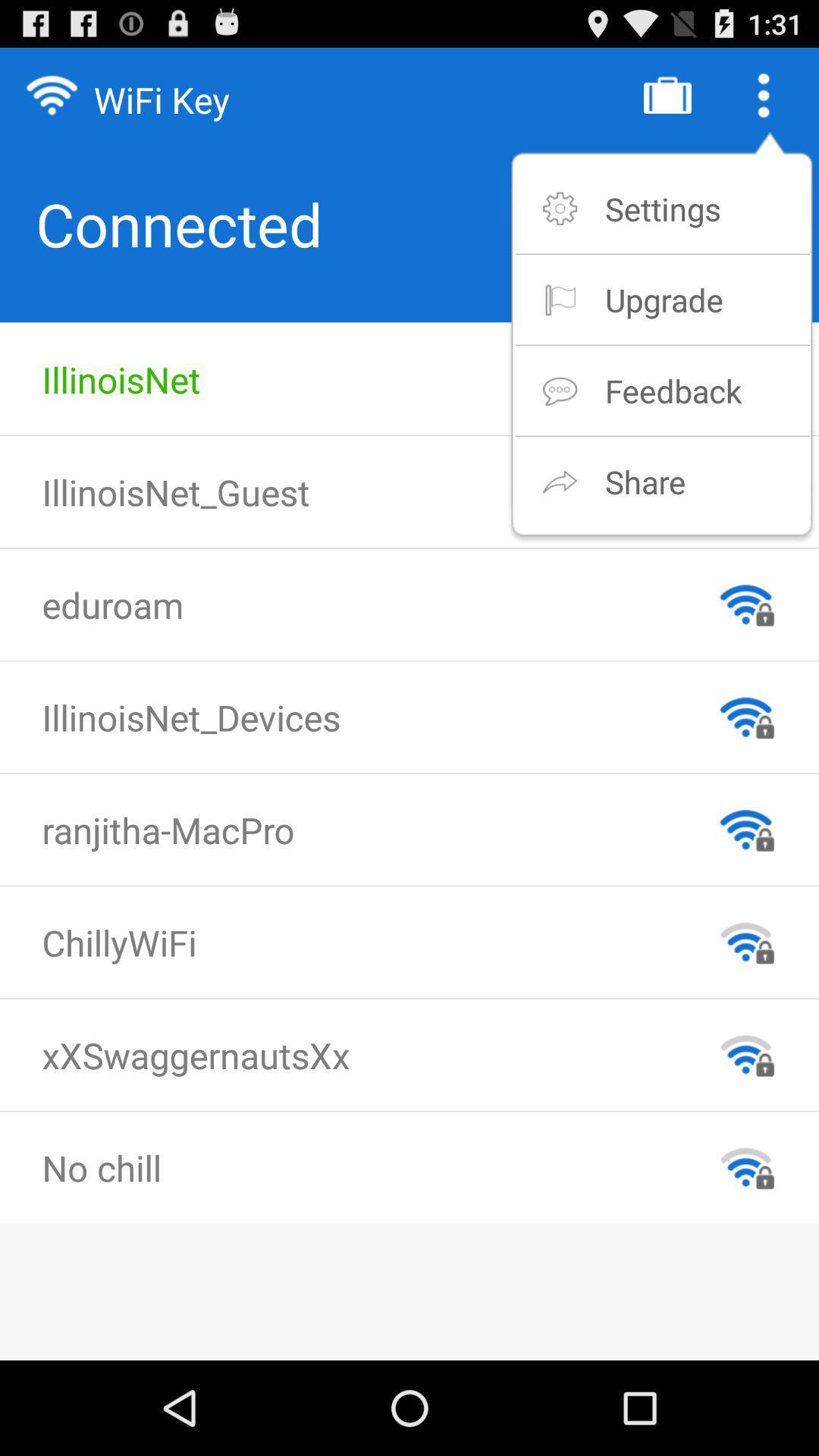  What do you see at coordinates (663, 300) in the screenshot?
I see `the upgrade item` at bounding box center [663, 300].